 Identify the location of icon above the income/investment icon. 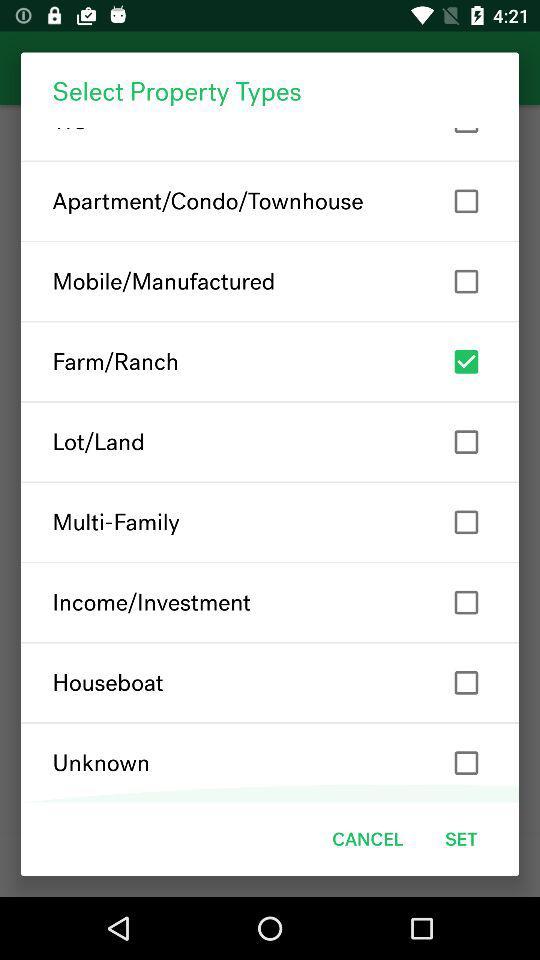
(270, 521).